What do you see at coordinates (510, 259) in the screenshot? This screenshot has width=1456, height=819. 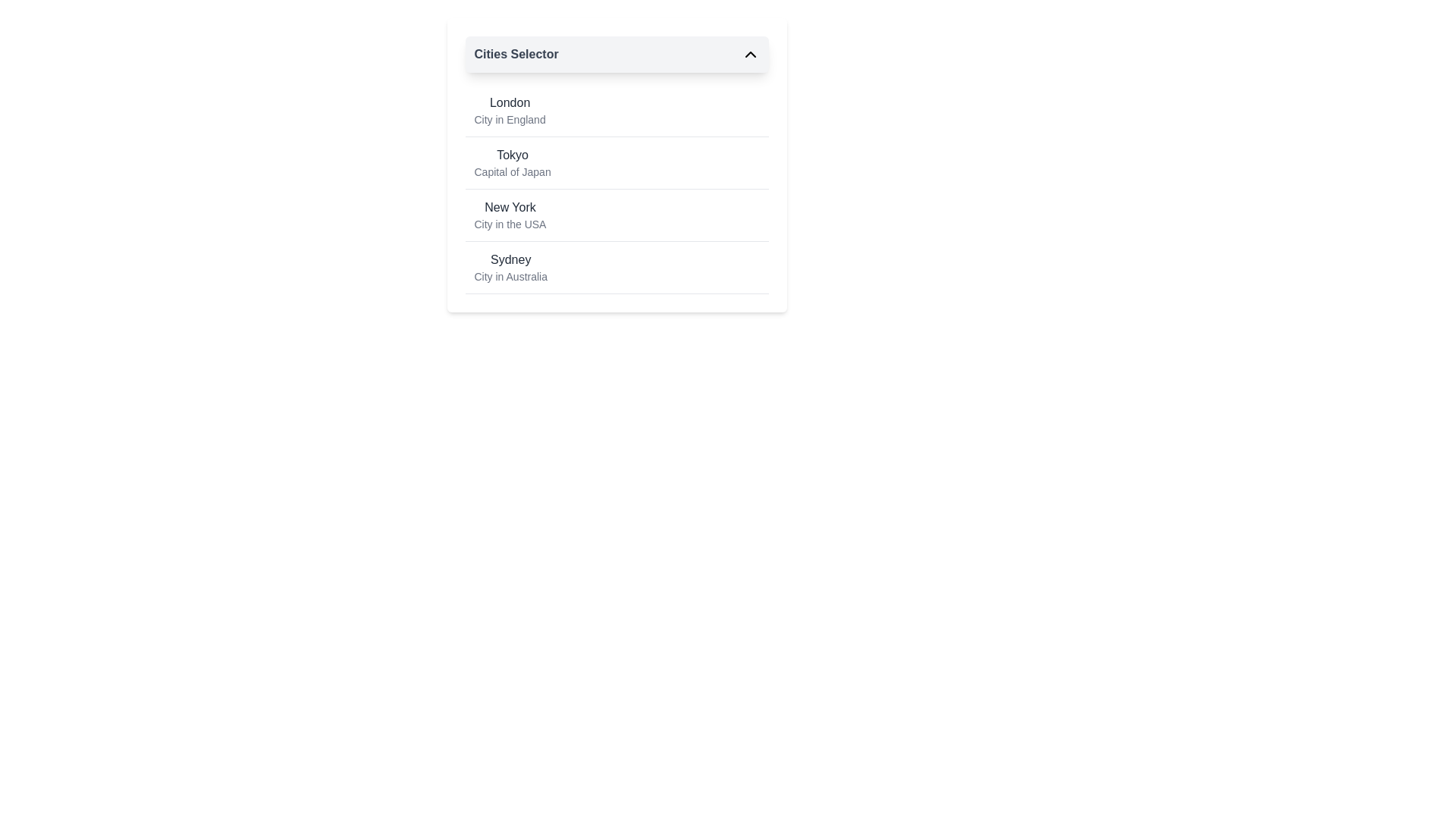 I see `the 'Sydney' text label which is styled as a title or header, positioned above 'City in Australia' in the 'Cities Selector' dropdown` at bounding box center [510, 259].